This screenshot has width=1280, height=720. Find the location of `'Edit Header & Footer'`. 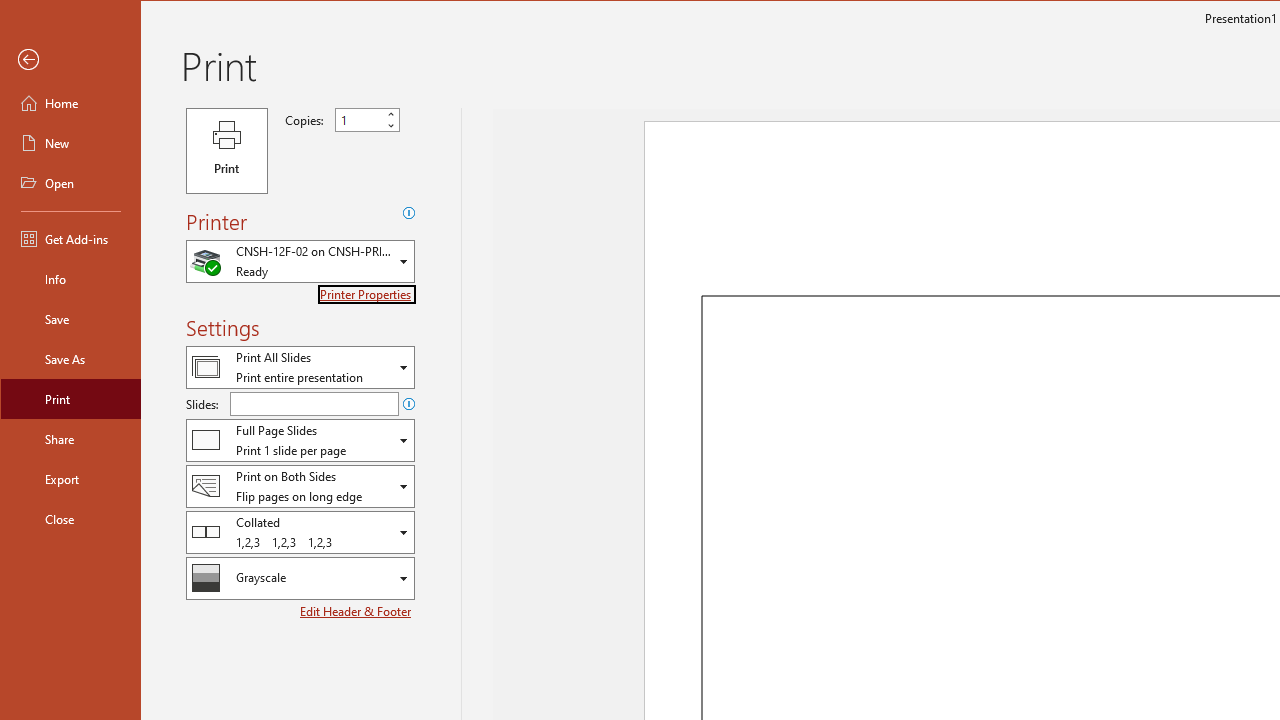

'Edit Header & Footer' is located at coordinates (357, 610).